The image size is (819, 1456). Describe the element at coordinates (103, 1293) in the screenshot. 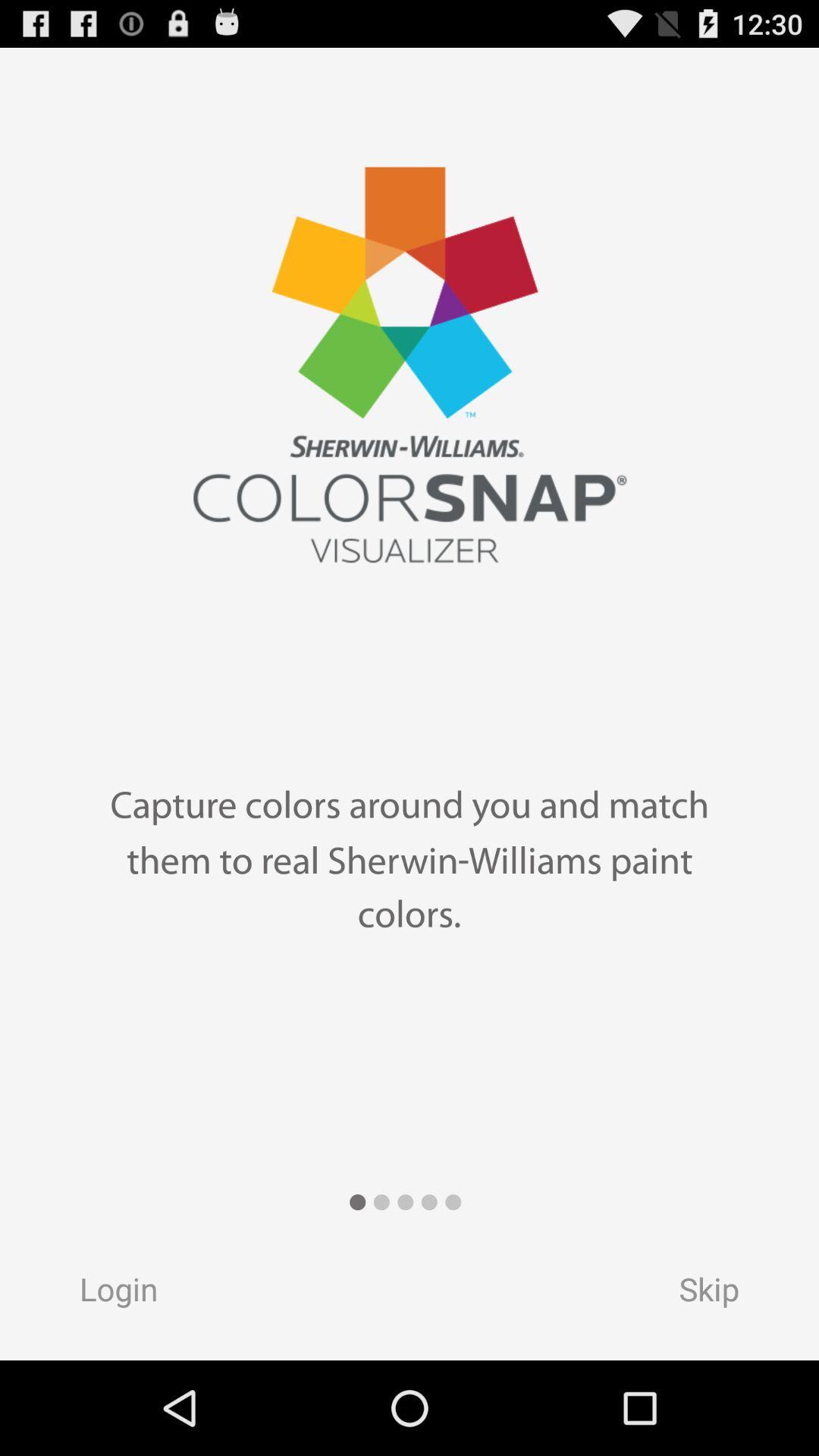

I see `login icon` at that location.